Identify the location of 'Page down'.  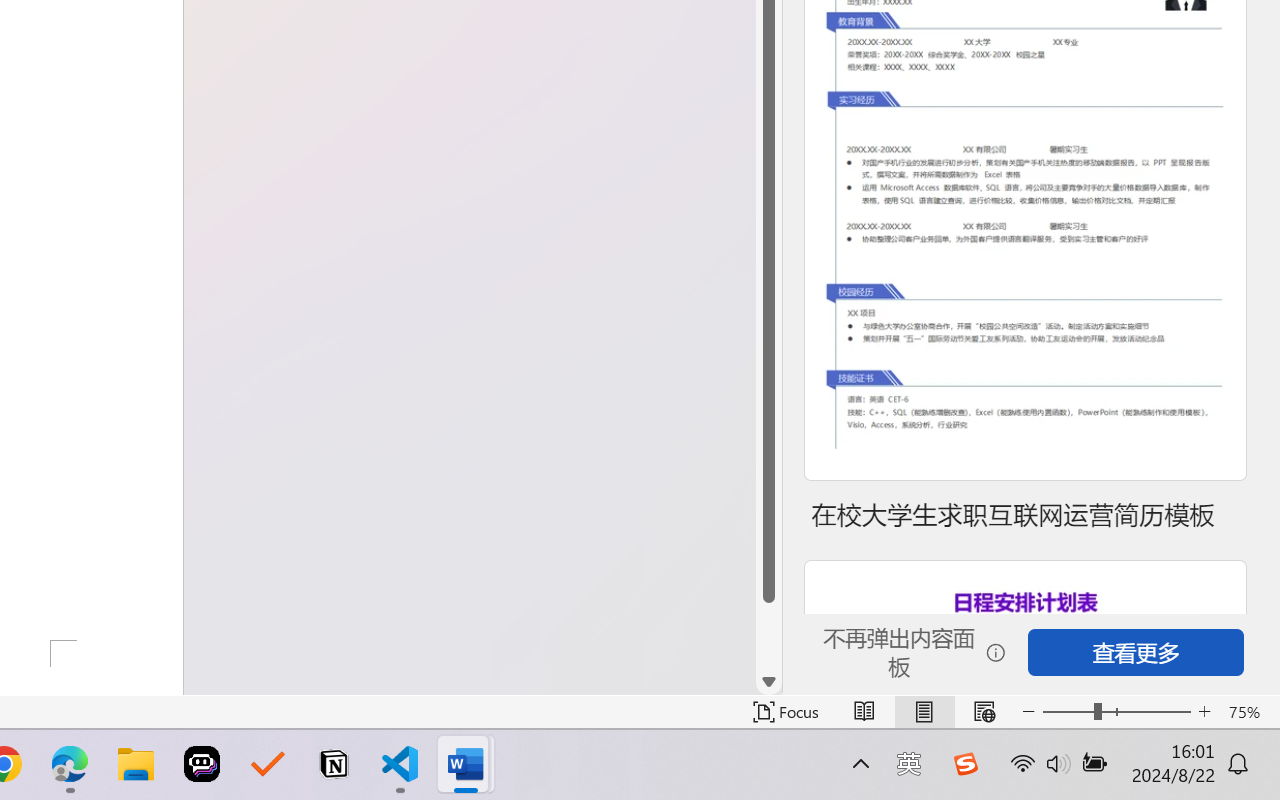
(768, 635).